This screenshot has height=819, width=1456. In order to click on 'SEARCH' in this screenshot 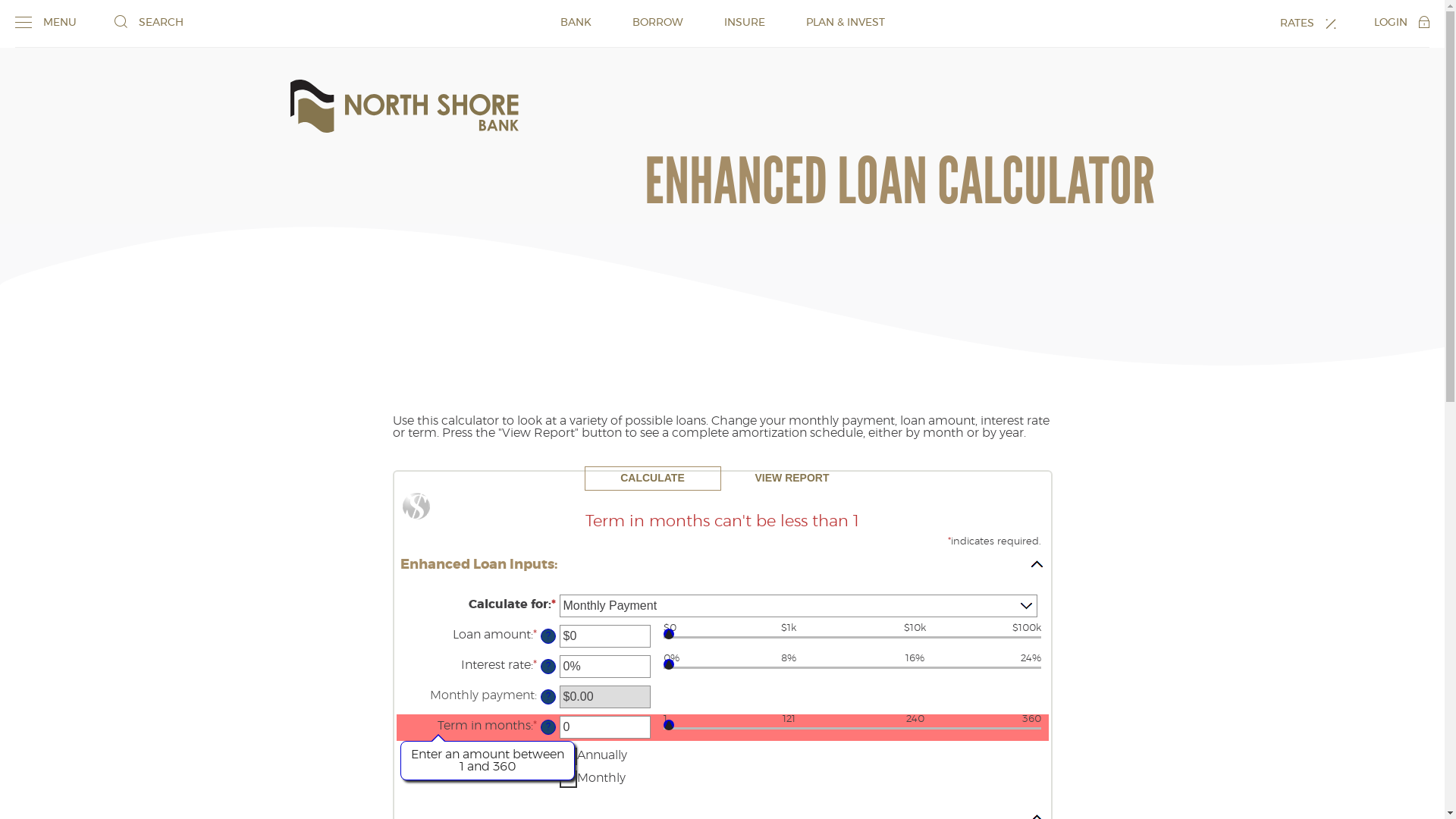, I will do `click(149, 22)`.